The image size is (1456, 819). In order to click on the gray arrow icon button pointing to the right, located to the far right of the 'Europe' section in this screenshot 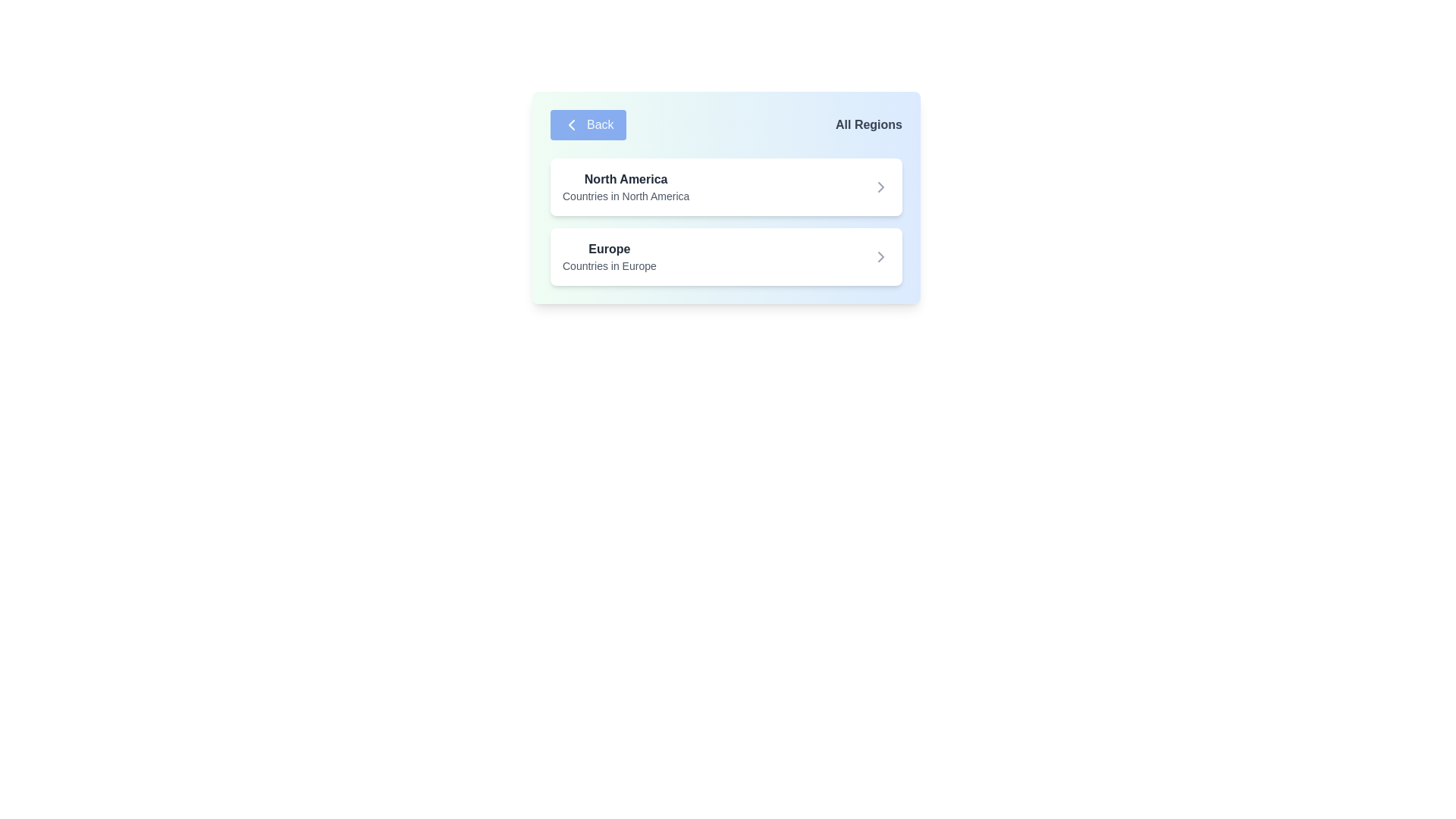, I will do `click(880, 256)`.